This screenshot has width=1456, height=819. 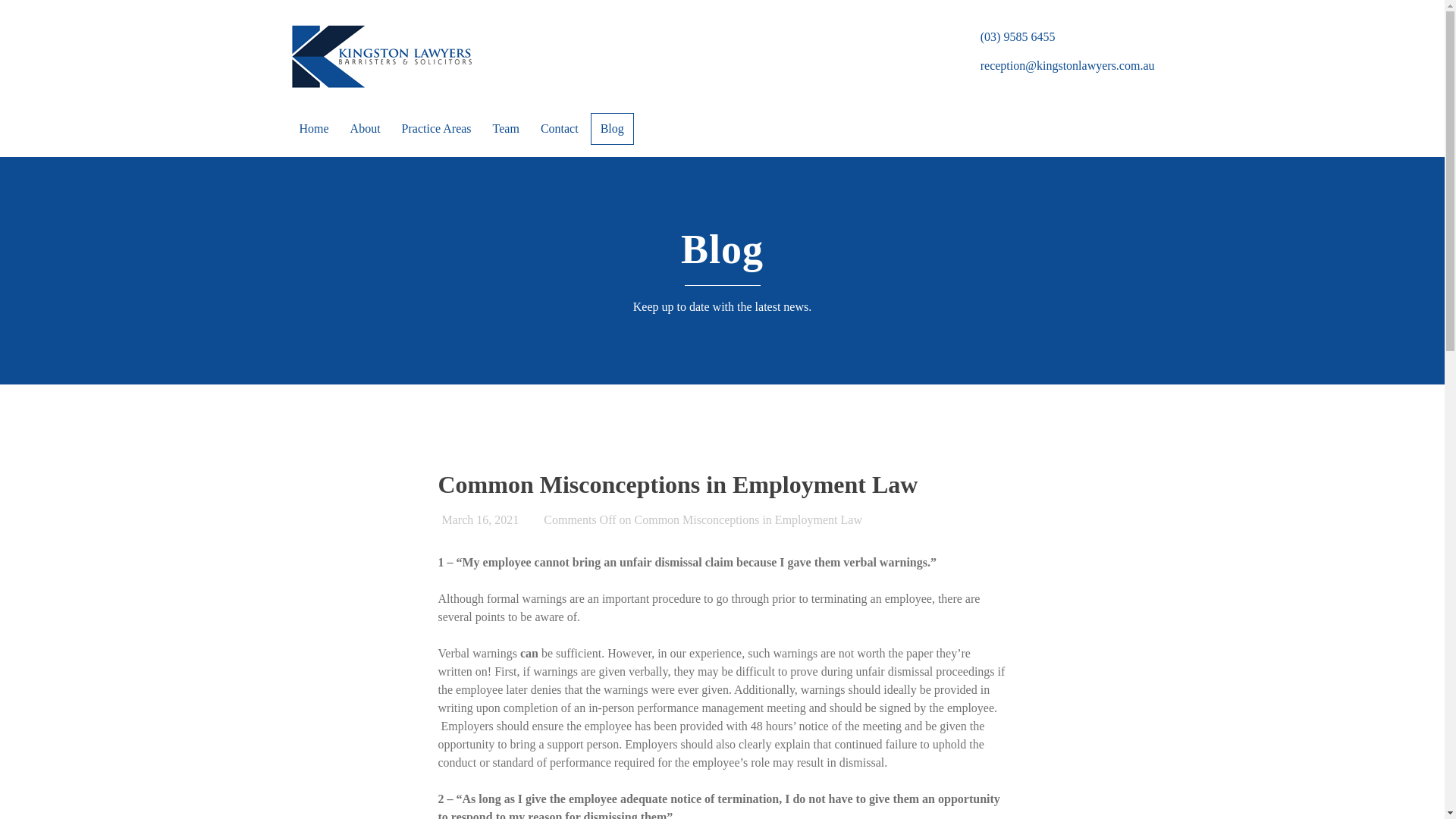 I want to click on 'Blog', so click(x=589, y=127).